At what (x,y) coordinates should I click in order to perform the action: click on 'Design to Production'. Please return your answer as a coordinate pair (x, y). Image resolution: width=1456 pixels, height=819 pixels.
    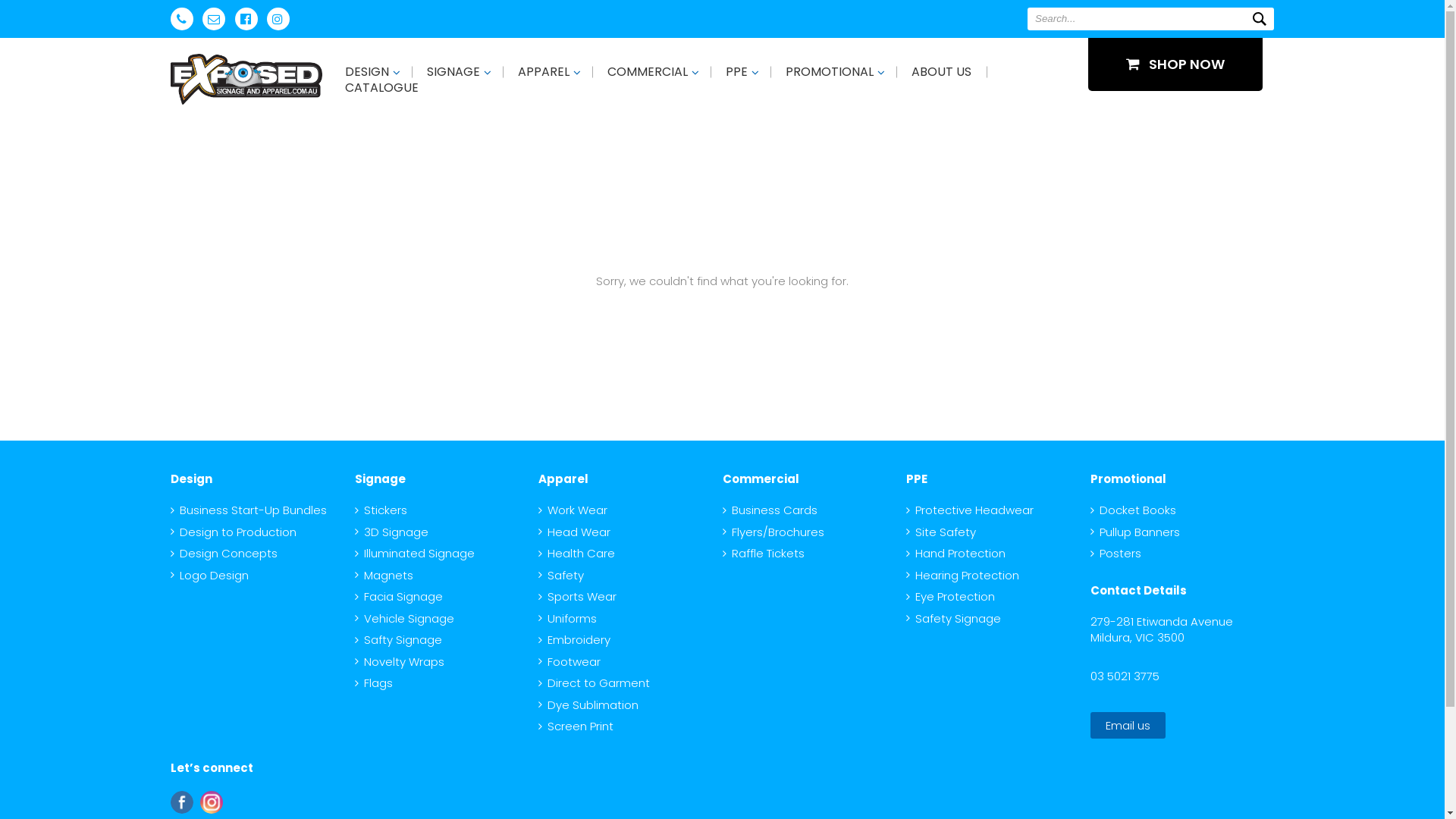
    Looking at the image, I should click on (232, 530).